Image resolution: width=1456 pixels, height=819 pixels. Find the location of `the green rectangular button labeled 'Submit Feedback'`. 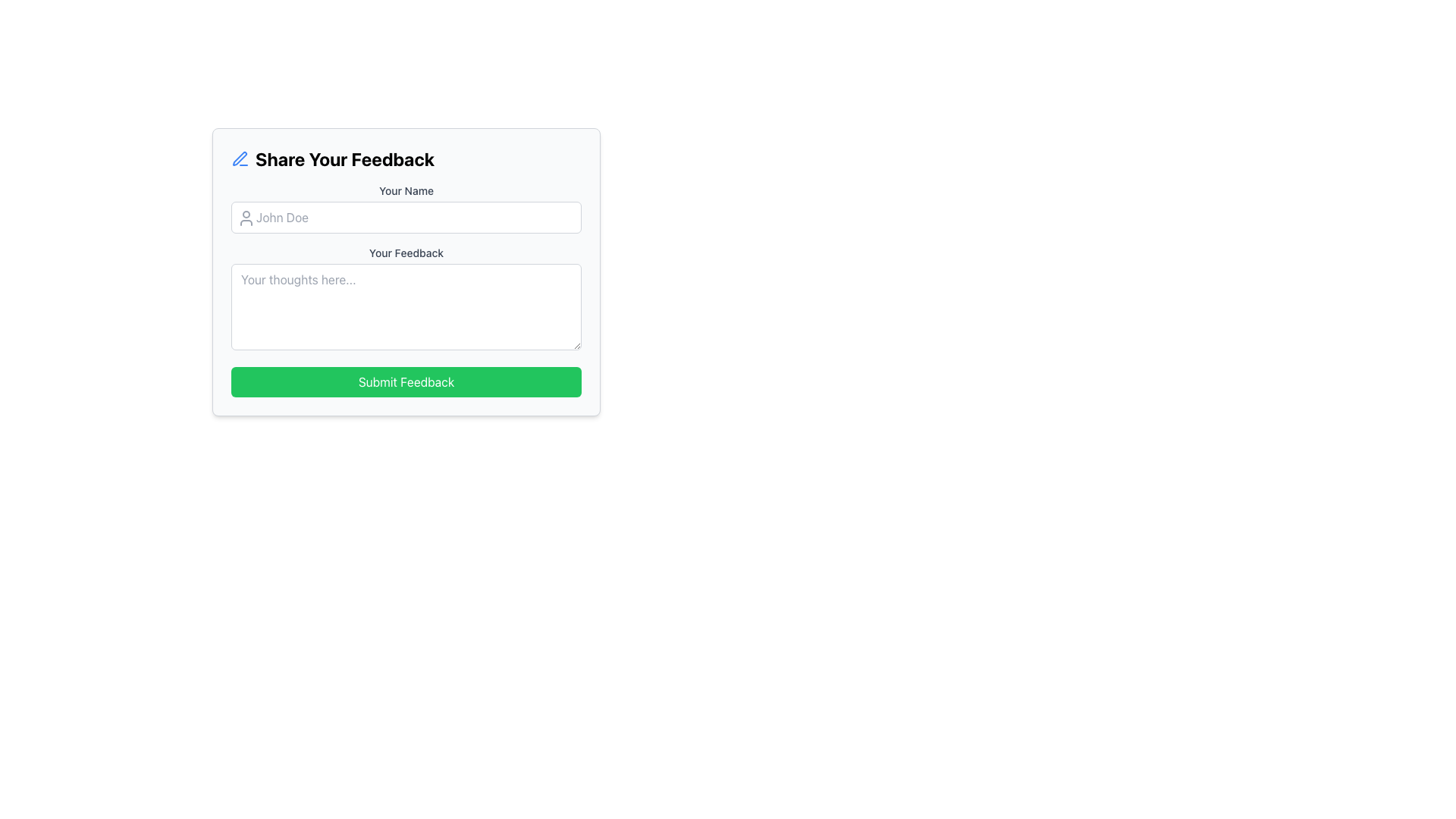

the green rectangular button labeled 'Submit Feedback' is located at coordinates (406, 381).